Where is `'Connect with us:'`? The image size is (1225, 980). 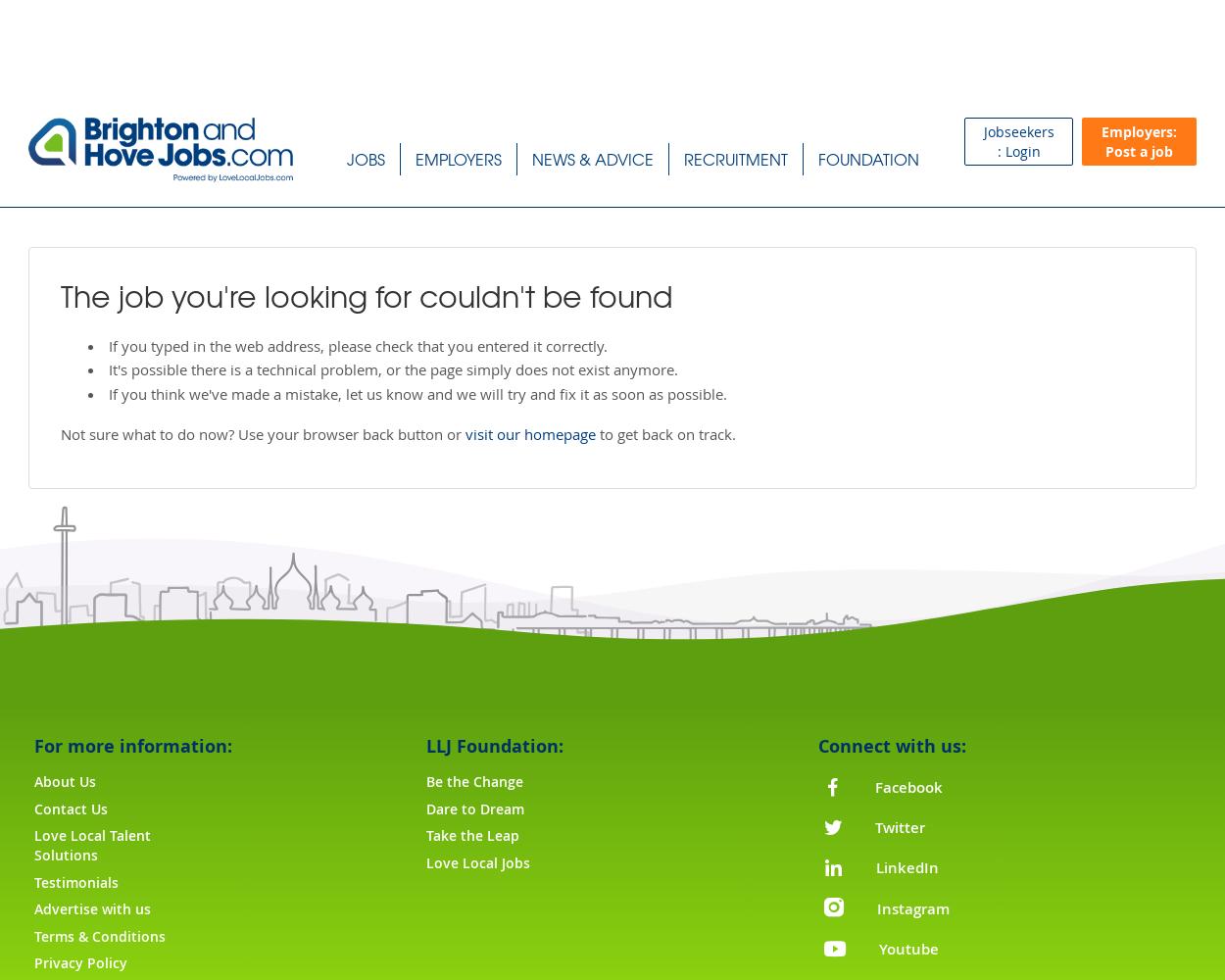
'Connect with us:' is located at coordinates (891, 745).